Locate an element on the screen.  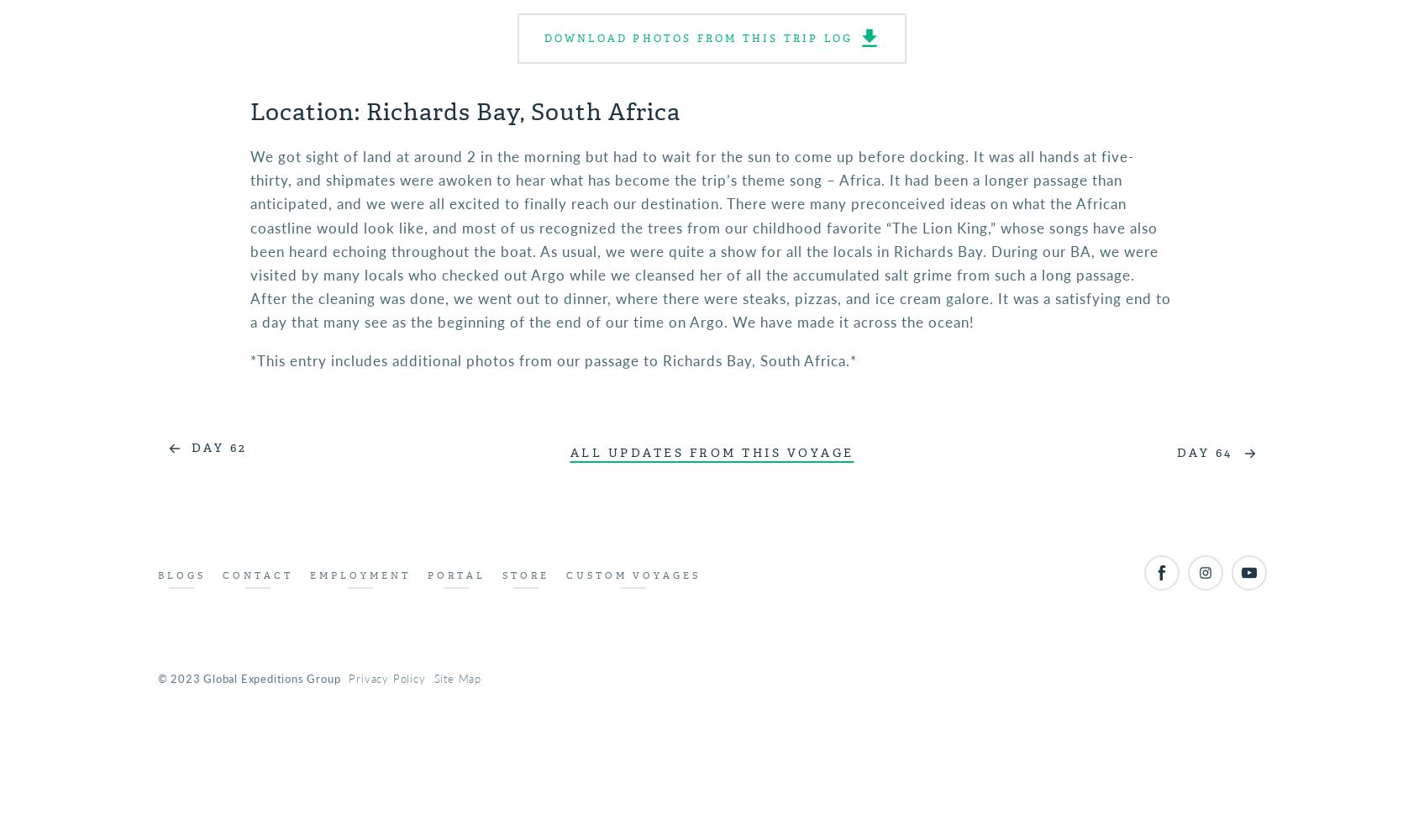
'Blogs' is located at coordinates (180, 575).